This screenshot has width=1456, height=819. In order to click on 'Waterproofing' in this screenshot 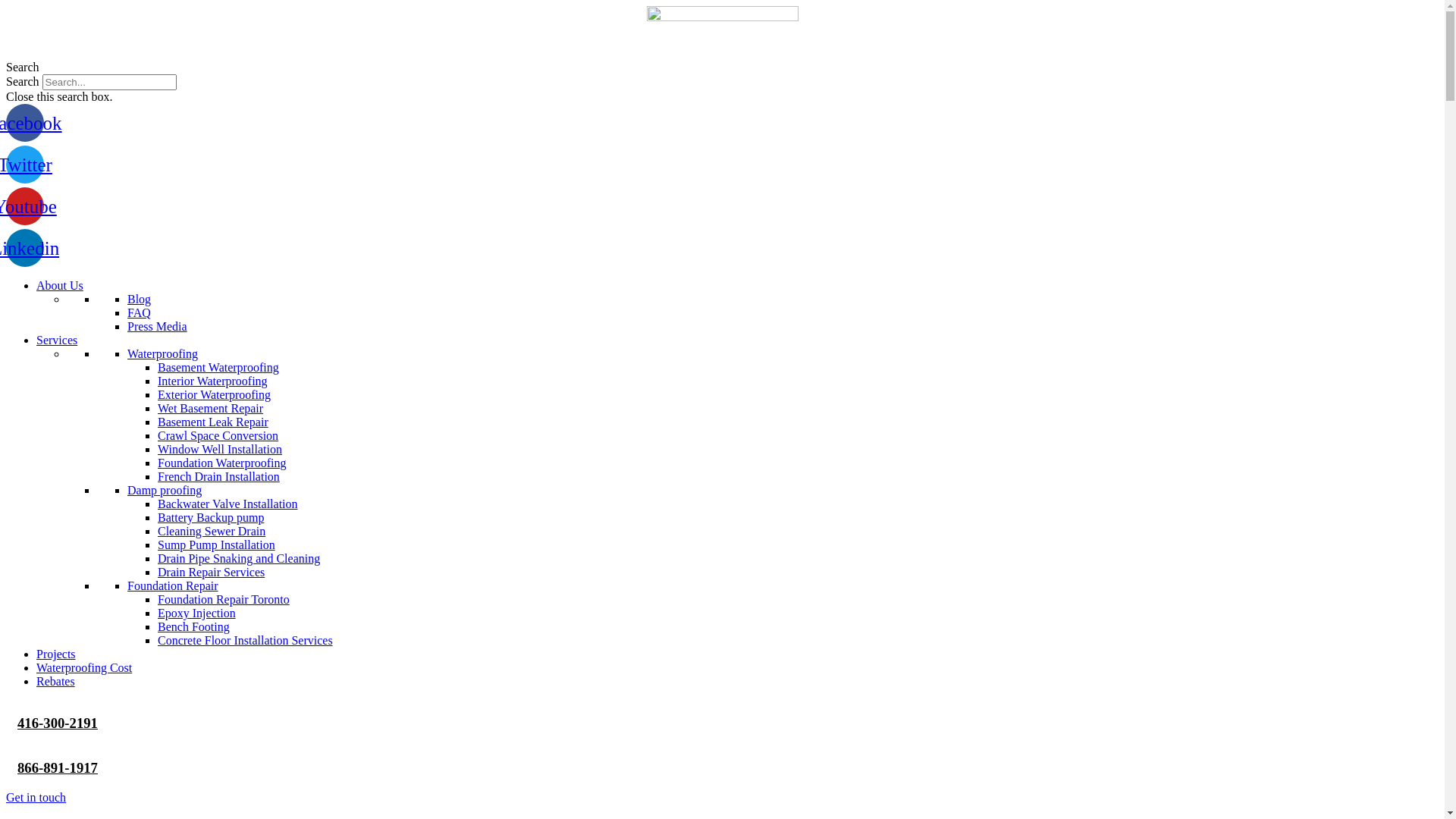, I will do `click(127, 353)`.